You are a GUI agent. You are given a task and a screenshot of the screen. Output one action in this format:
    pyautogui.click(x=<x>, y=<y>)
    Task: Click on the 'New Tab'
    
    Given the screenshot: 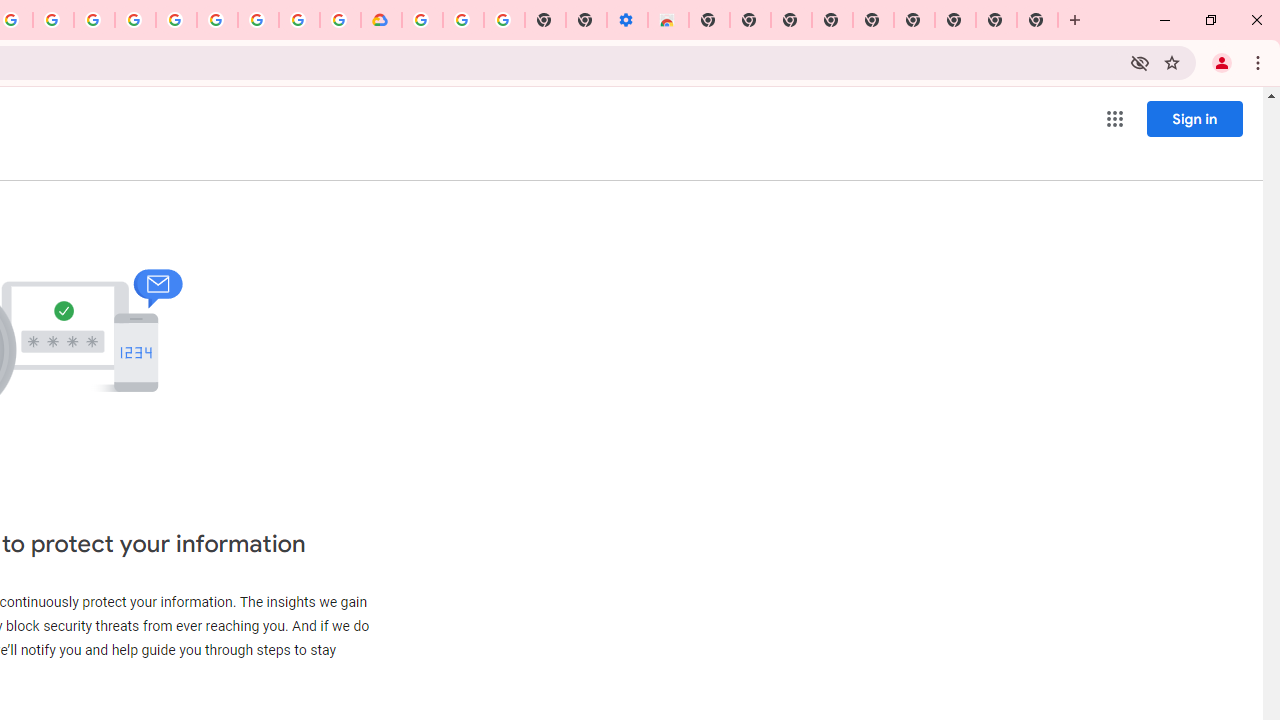 What is the action you would take?
    pyautogui.click(x=1038, y=20)
    